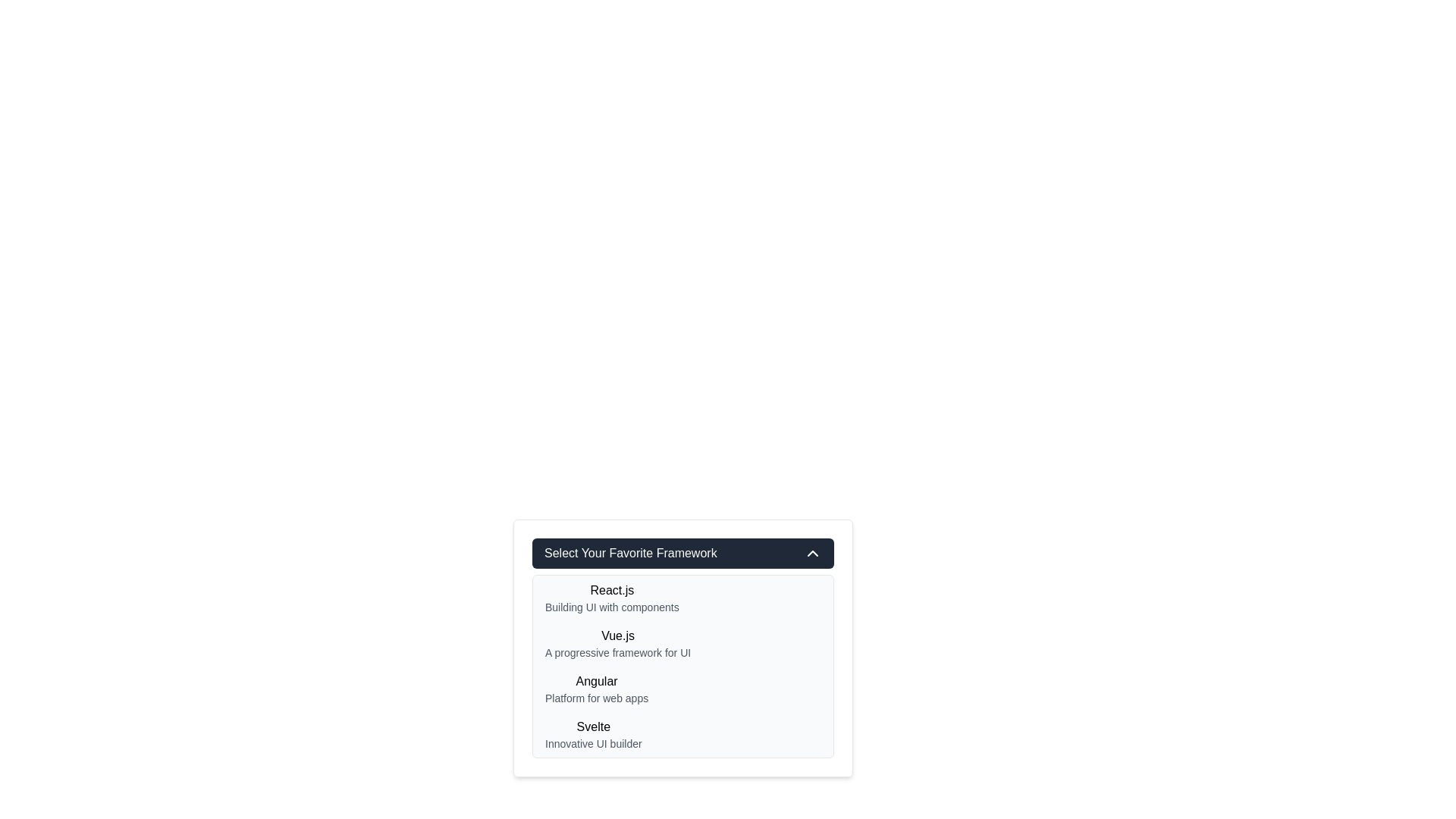 The height and width of the screenshot is (819, 1456). What do you see at coordinates (596, 680) in the screenshot?
I see `the text label displaying 'Angular'` at bounding box center [596, 680].